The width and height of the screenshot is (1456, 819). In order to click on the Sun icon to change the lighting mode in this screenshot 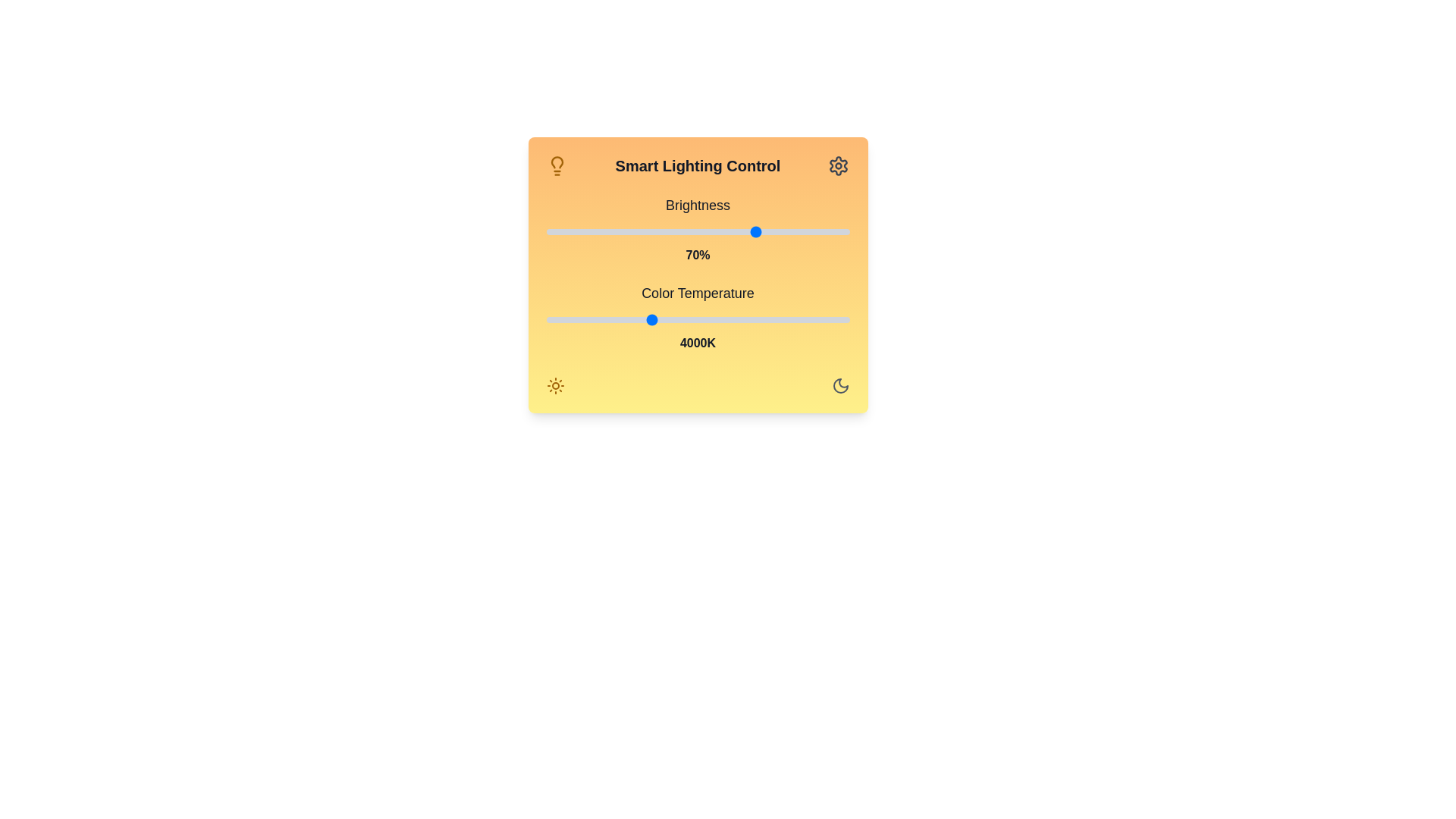, I will do `click(554, 385)`.